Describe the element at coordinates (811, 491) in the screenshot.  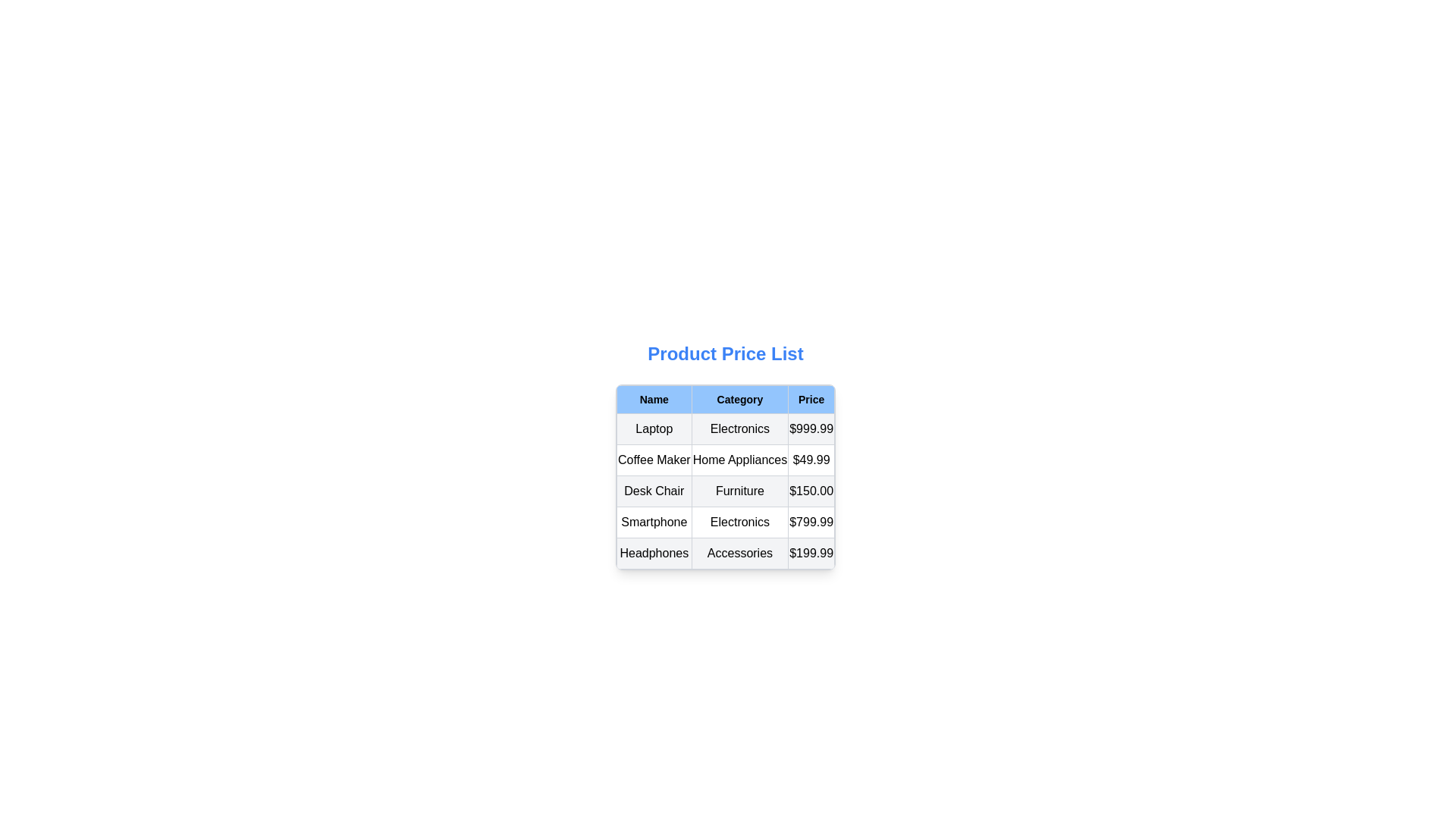
I see `the table cell displaying the price of the 'Desk Chair' item located in the bottom-right corner of the third row under the 'Price' column` at that location.